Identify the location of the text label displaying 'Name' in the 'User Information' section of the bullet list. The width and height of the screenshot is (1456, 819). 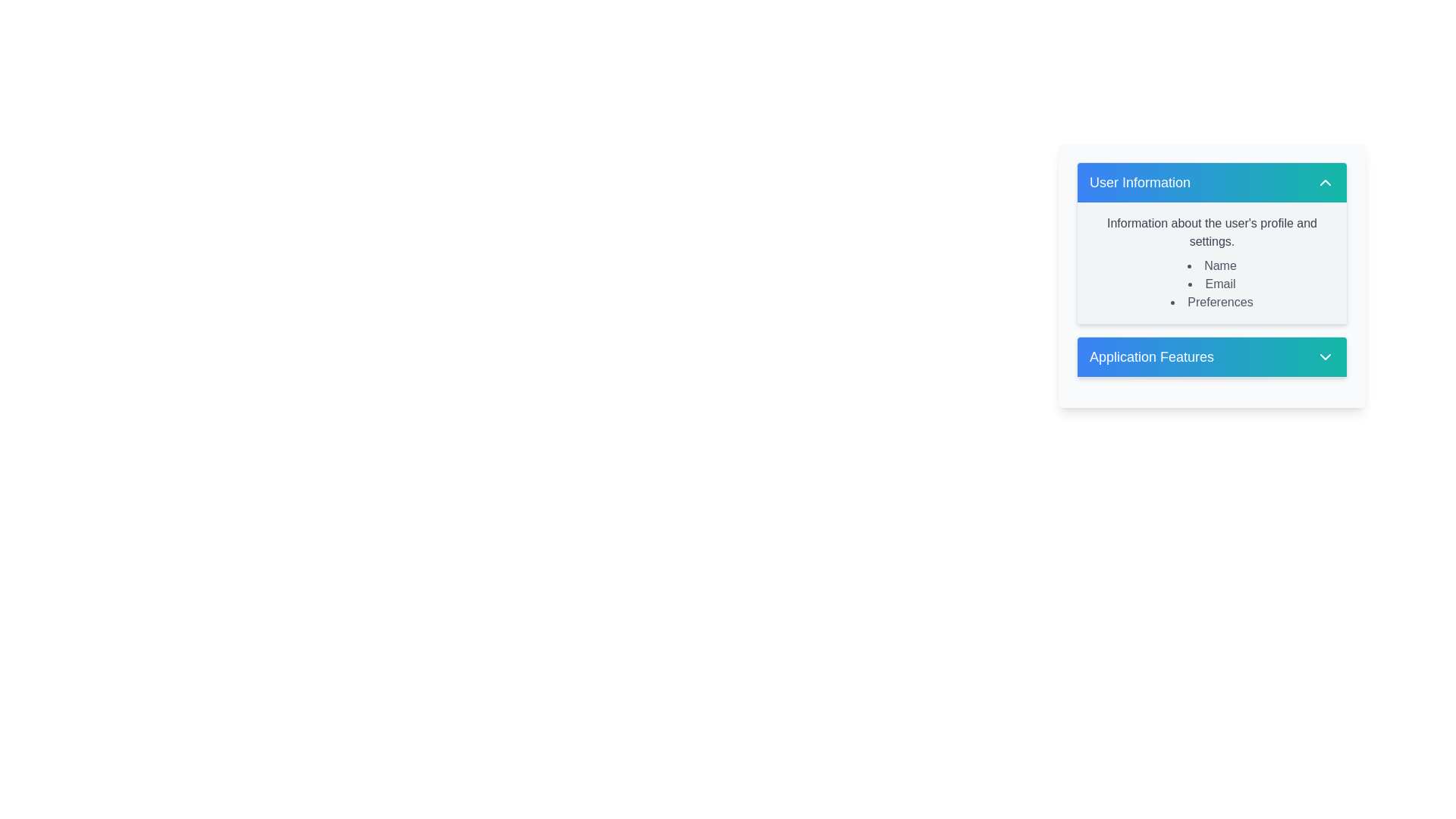
(1211, 265).